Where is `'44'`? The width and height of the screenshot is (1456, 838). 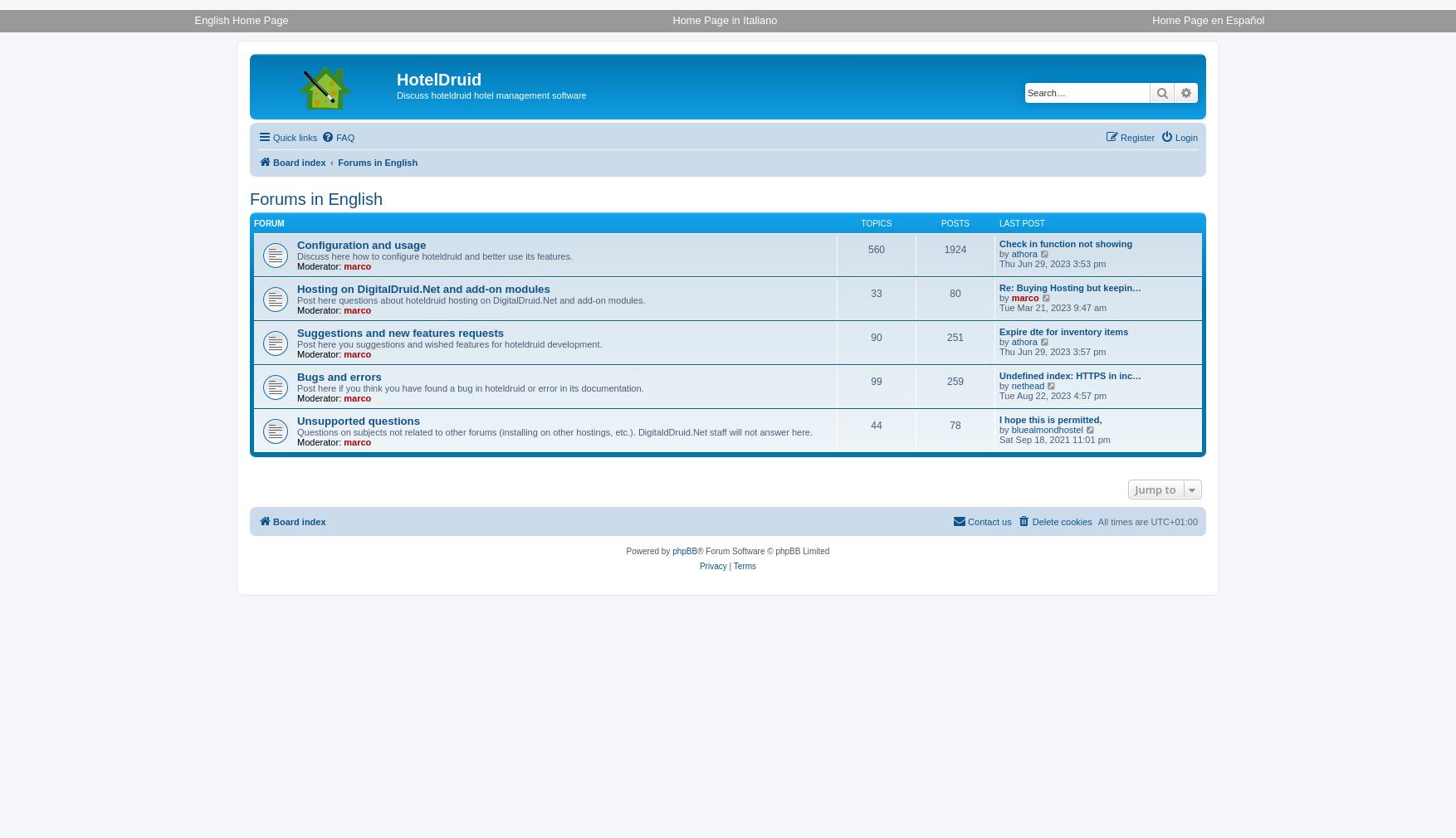
'44' is located at coordinates (876, 424).